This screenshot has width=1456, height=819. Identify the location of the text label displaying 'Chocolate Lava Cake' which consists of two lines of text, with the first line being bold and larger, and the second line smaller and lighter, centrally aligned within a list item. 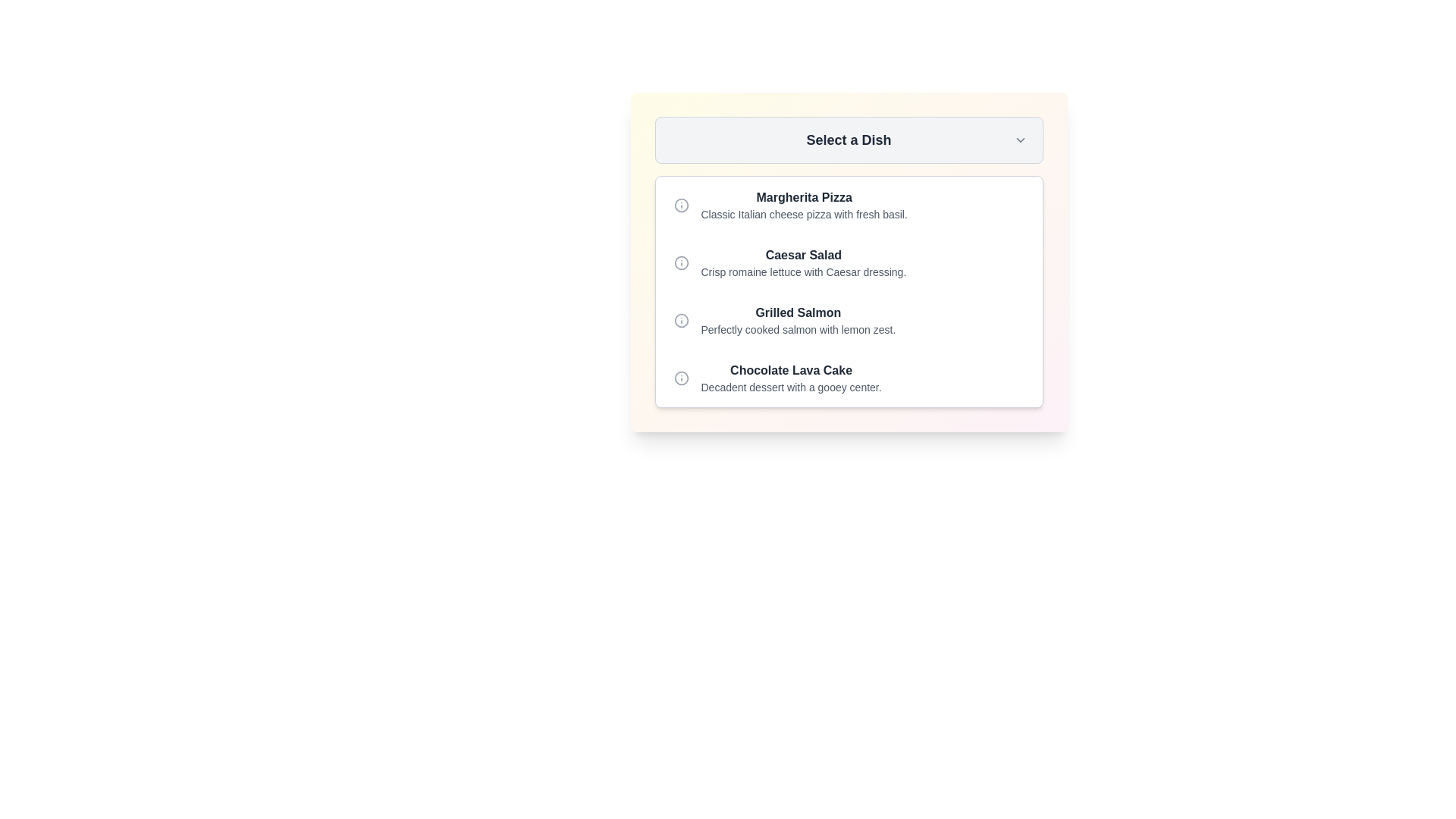
(790, 377).